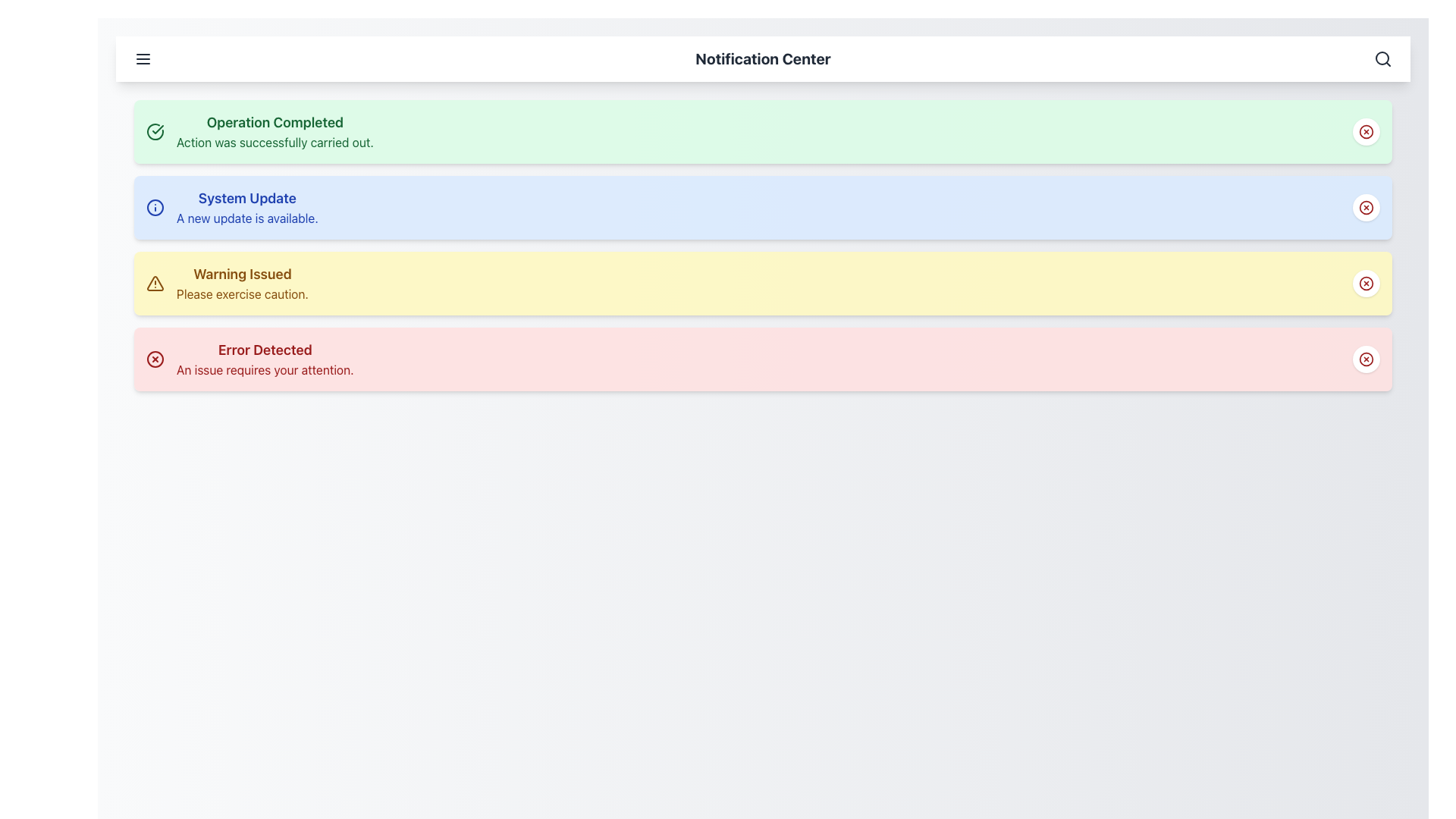 The image size is (1456, 819). I want to click on the success status indicator icon located at the top left of the green notification box that signifies 'Operation Completed', so click(155, 130).